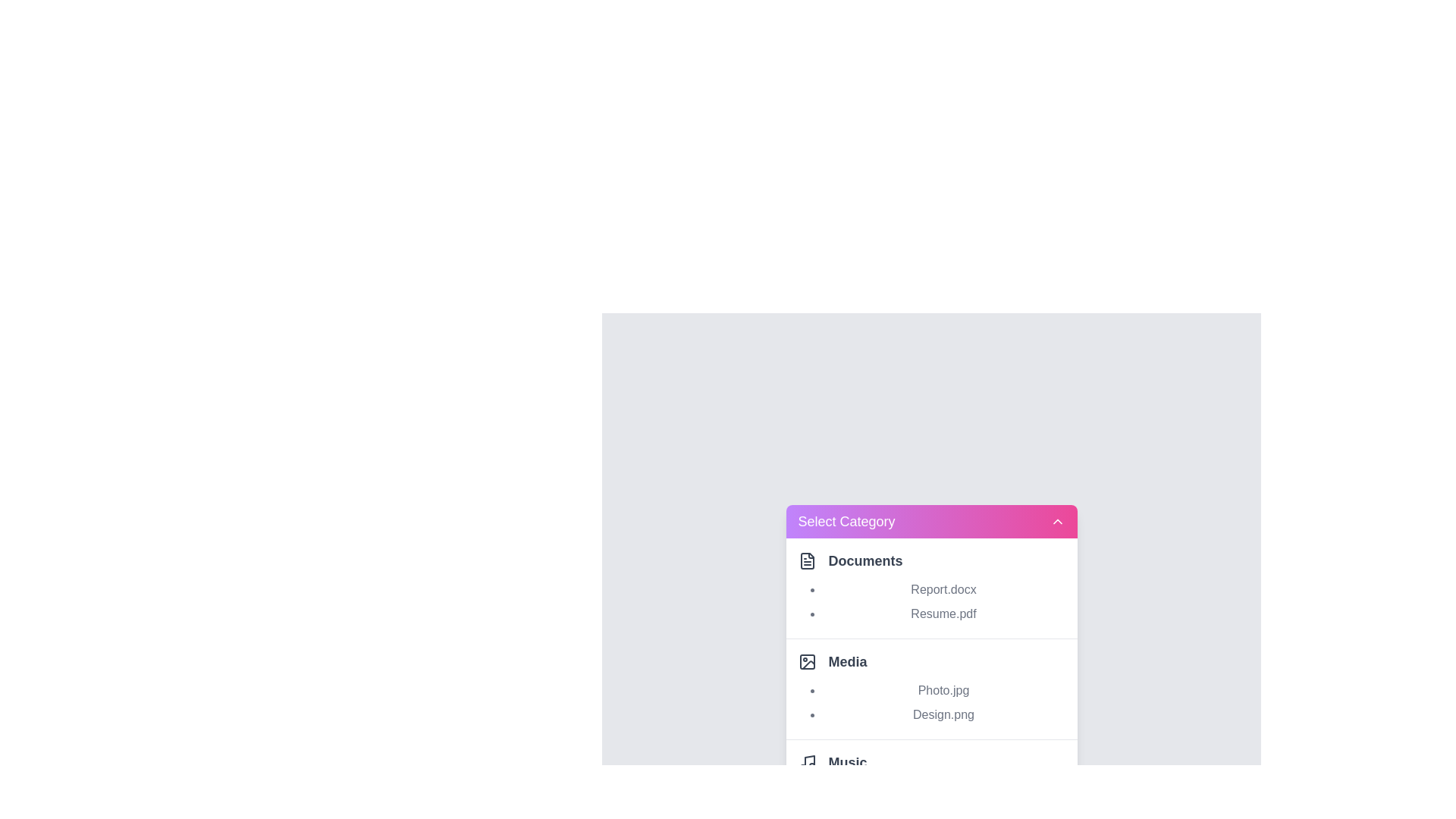  I want to click on the 'Media' icon representation located to the left of the text 'Media' in the interface, so click(806, 661).